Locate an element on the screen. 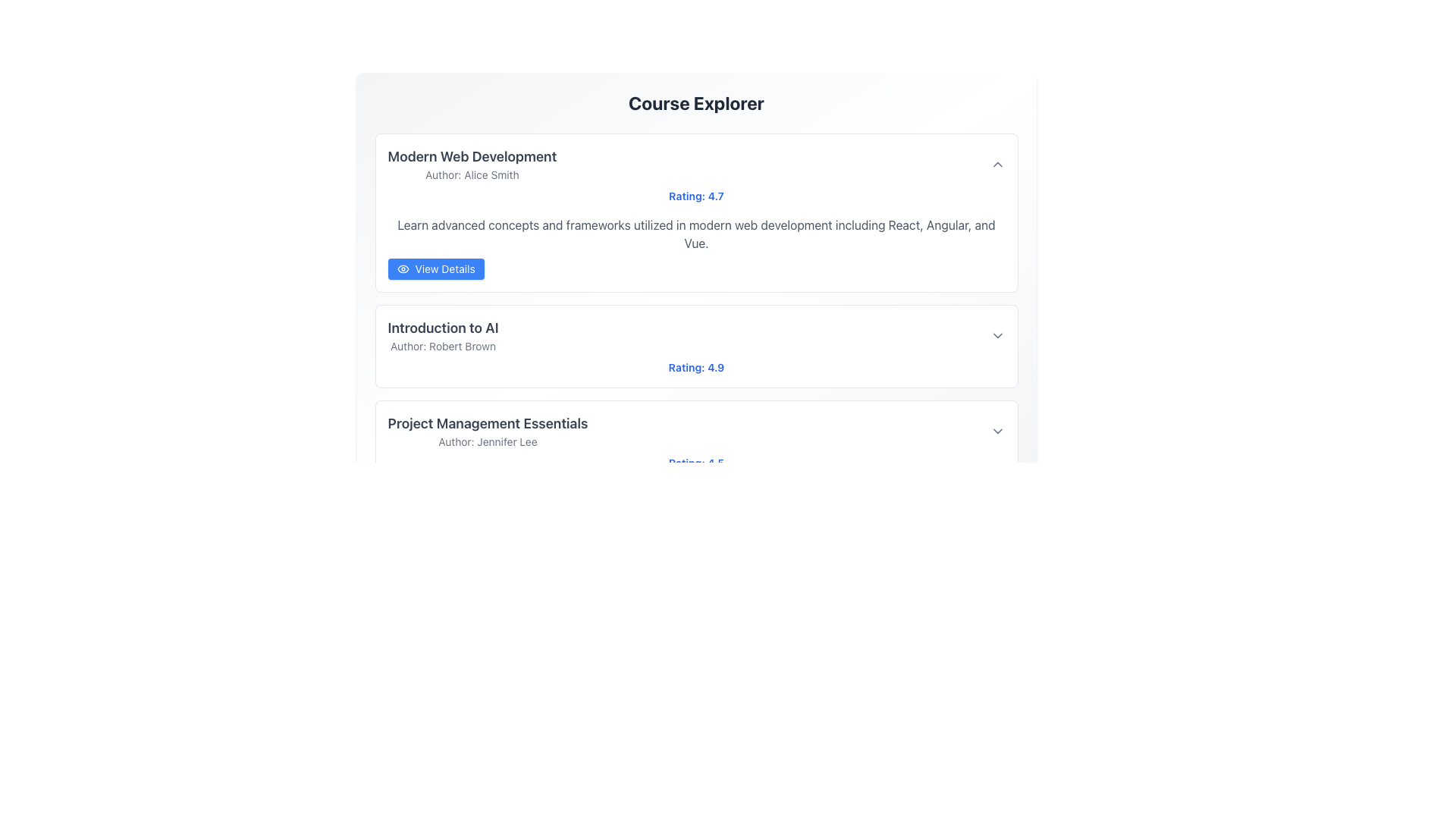  the Text Label displaying information about the author of the course, located below 'Modern Web Development' is located at coordinates (471, 174).